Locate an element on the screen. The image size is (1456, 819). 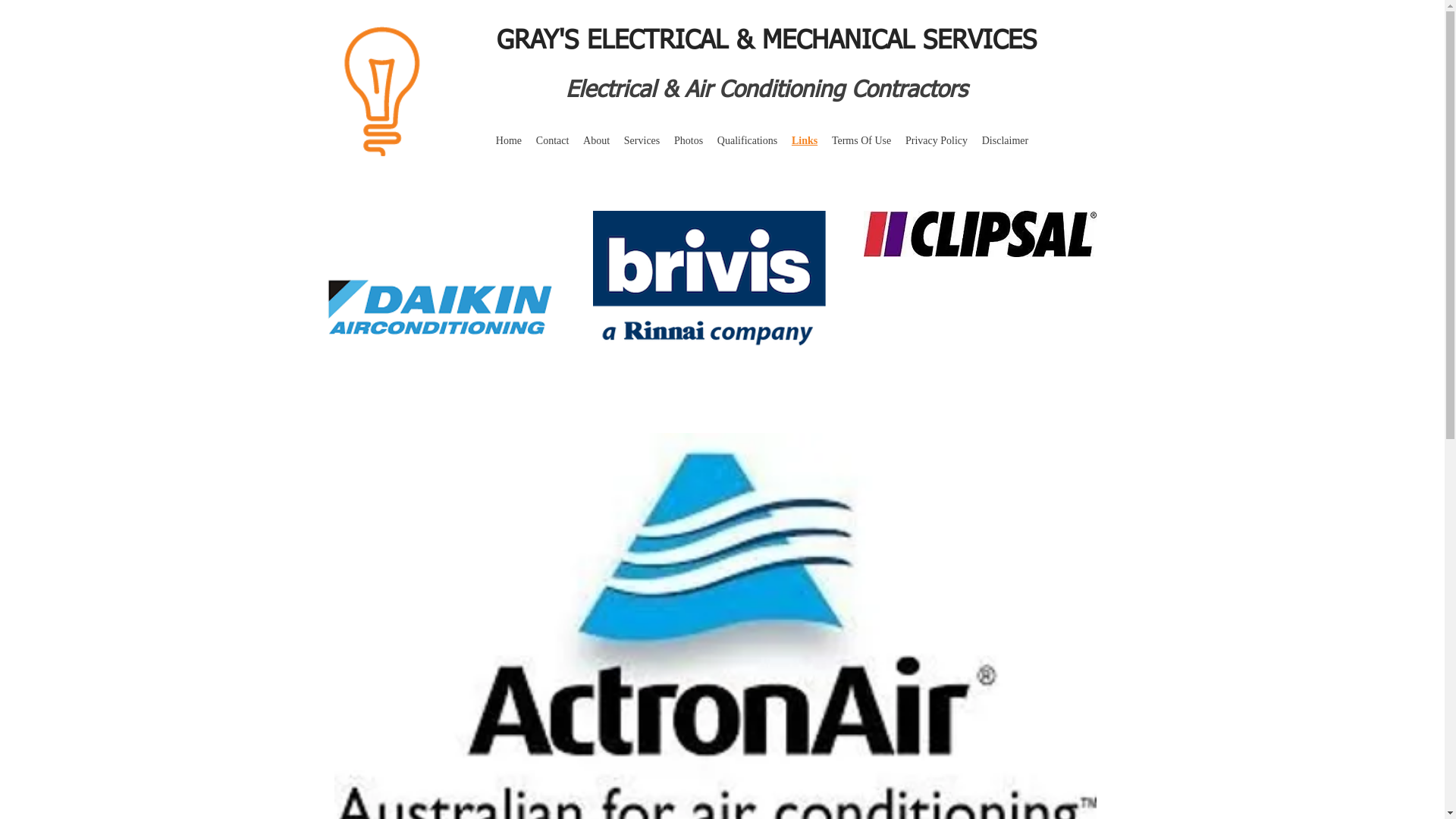
'Disclaimer' is located at coordinates (1004, 140).